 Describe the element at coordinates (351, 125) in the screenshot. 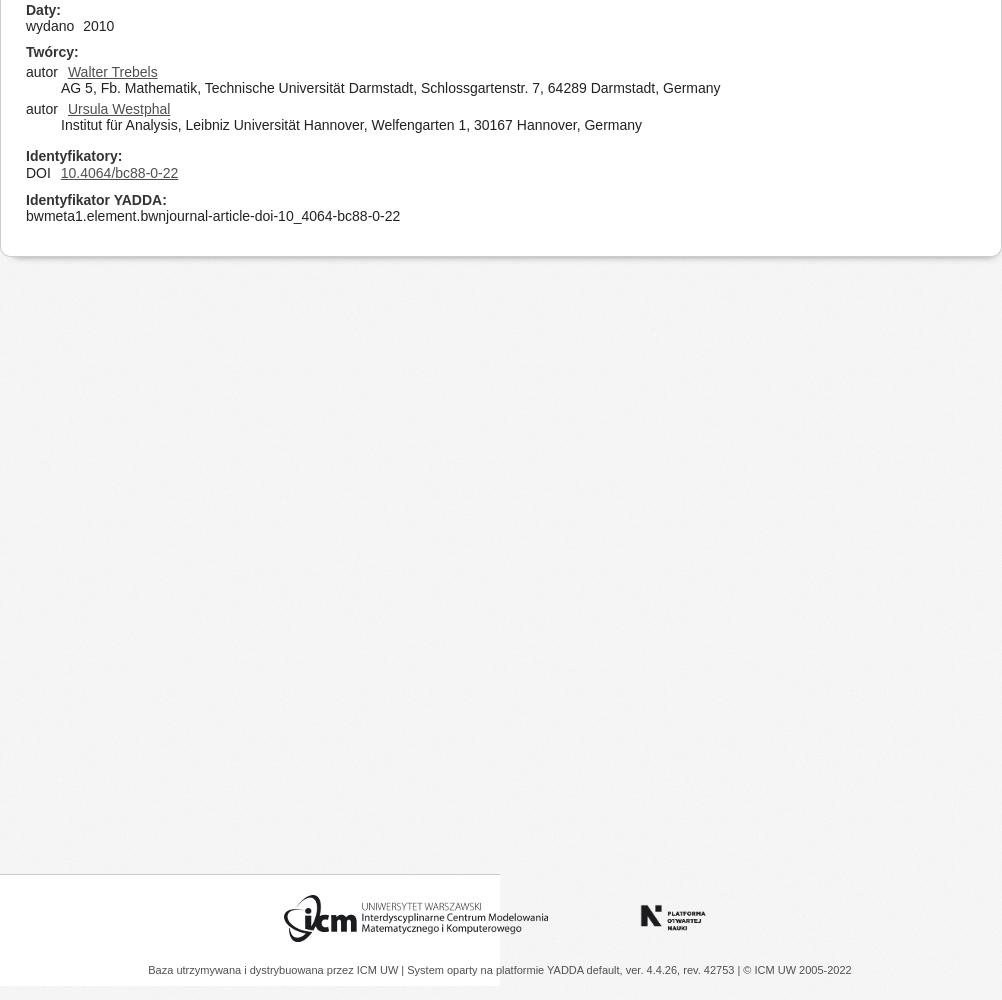

I see `'Institut für Analysis, Leibniz Universität Hannover, Welfengarten 1, 30167 Hannover, Germany'` at that location.